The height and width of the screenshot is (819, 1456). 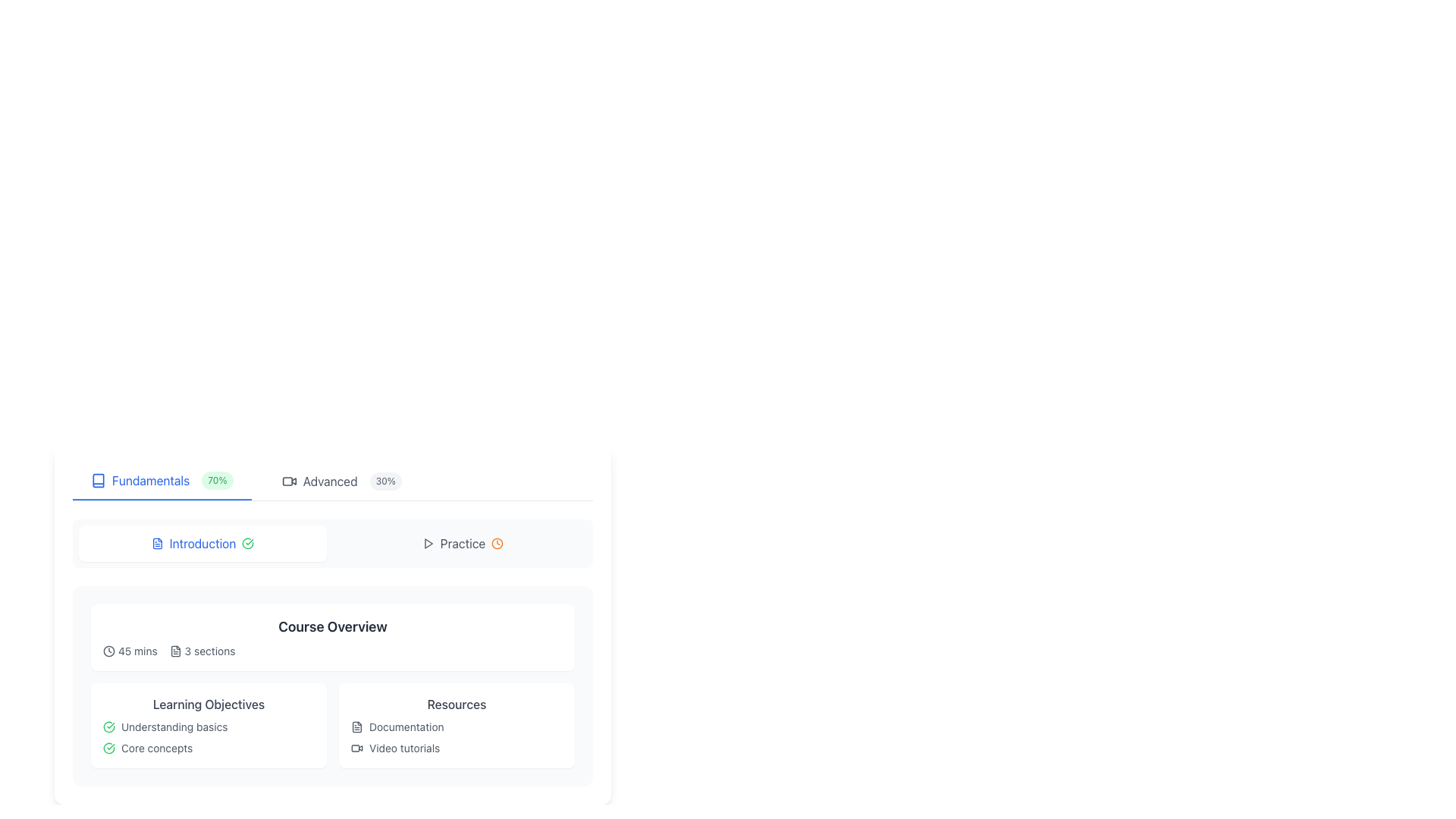 I want to click on the label displaying '30%' with a light gray background, located to the right of the 'Advanced' text in the 'Advanced' button group, so click(x=385, y=482).